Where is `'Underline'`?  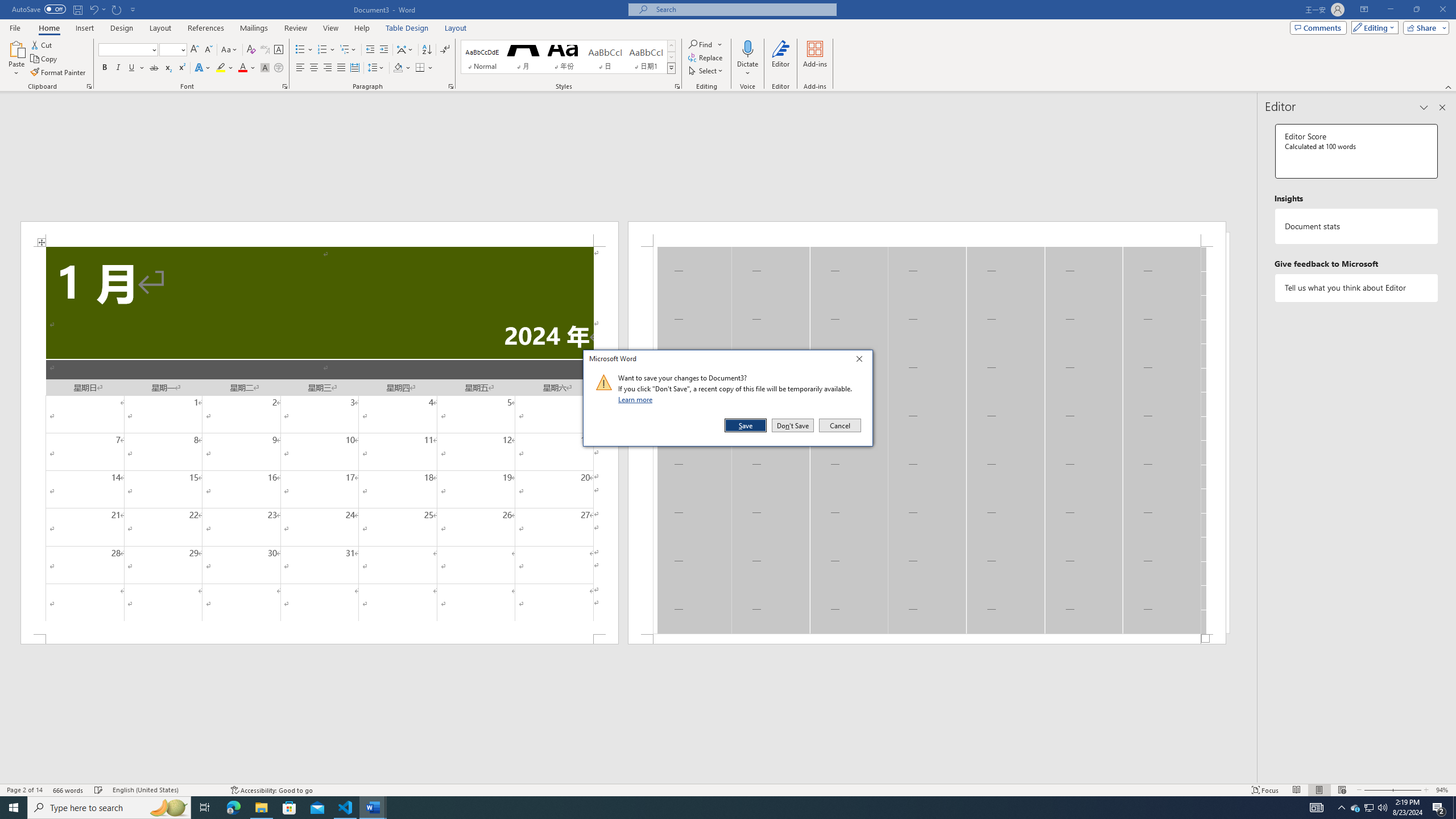
'Underline' is located at coordinates (136, 67).